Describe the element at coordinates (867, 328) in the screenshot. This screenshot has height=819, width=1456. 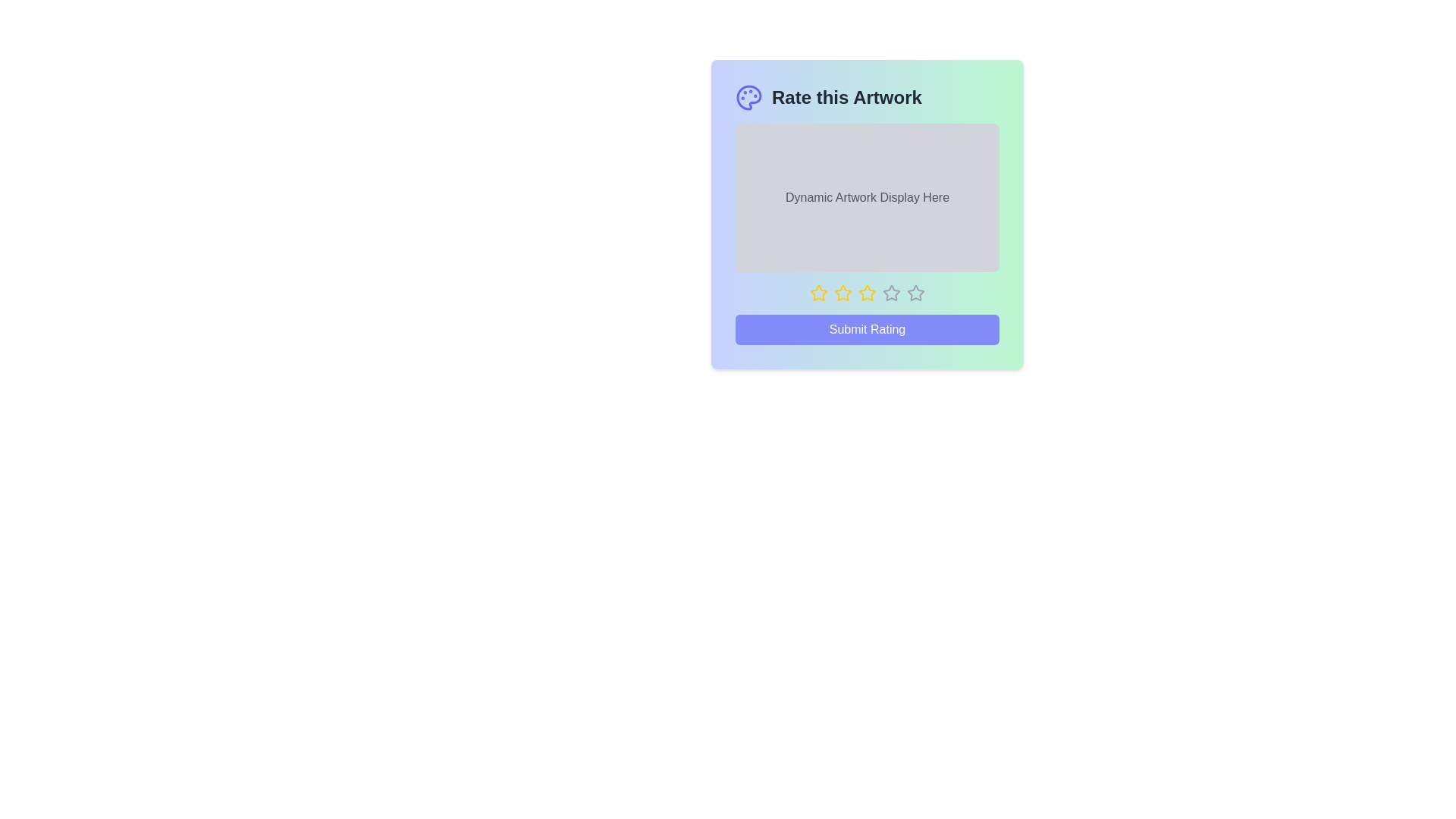
I see `the 'Submit Rating' button to submit the selected rating` at that location.